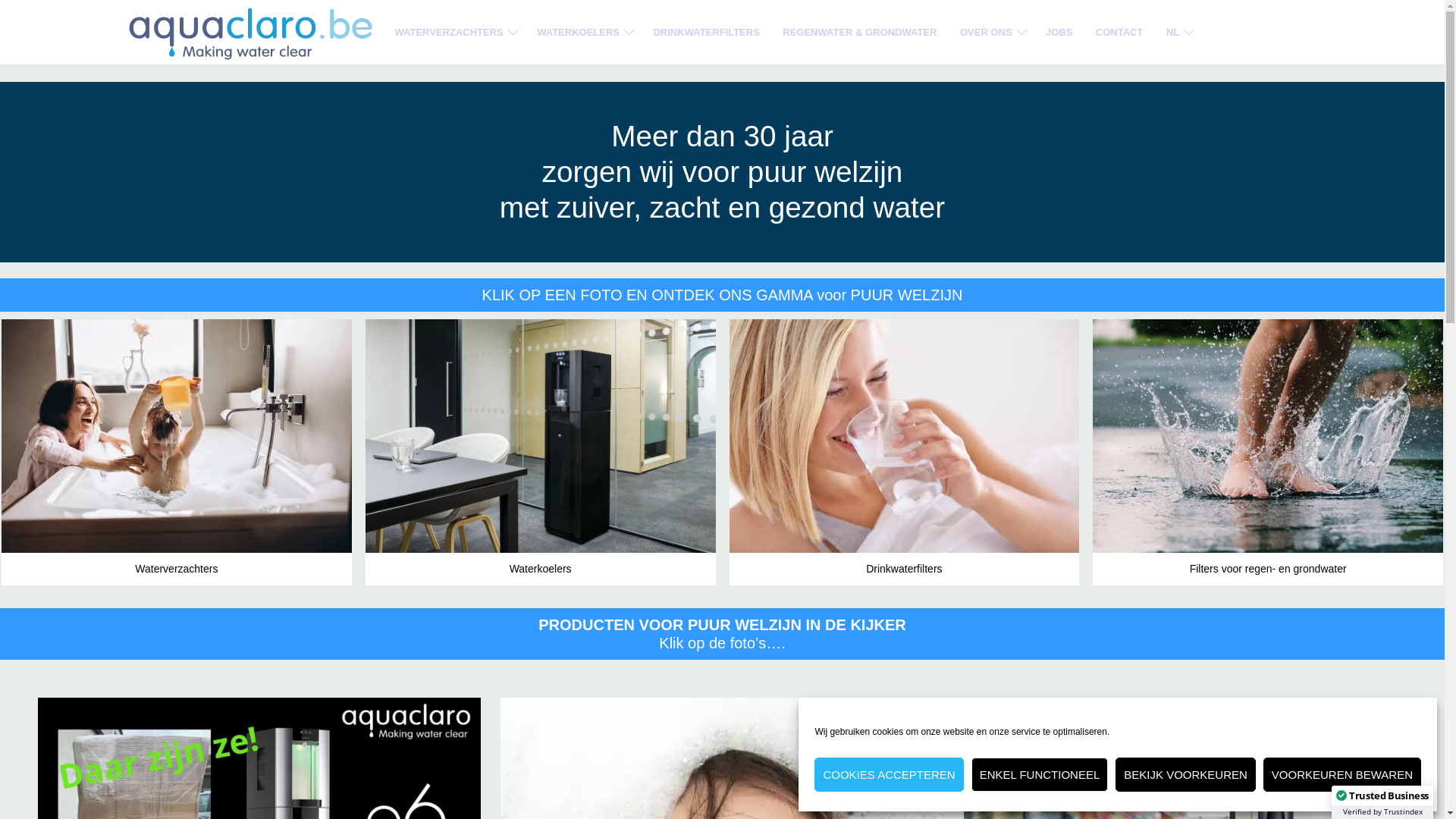  I want to click on 'ENKEL FUNCTIONEEL', so click(1039, 774).